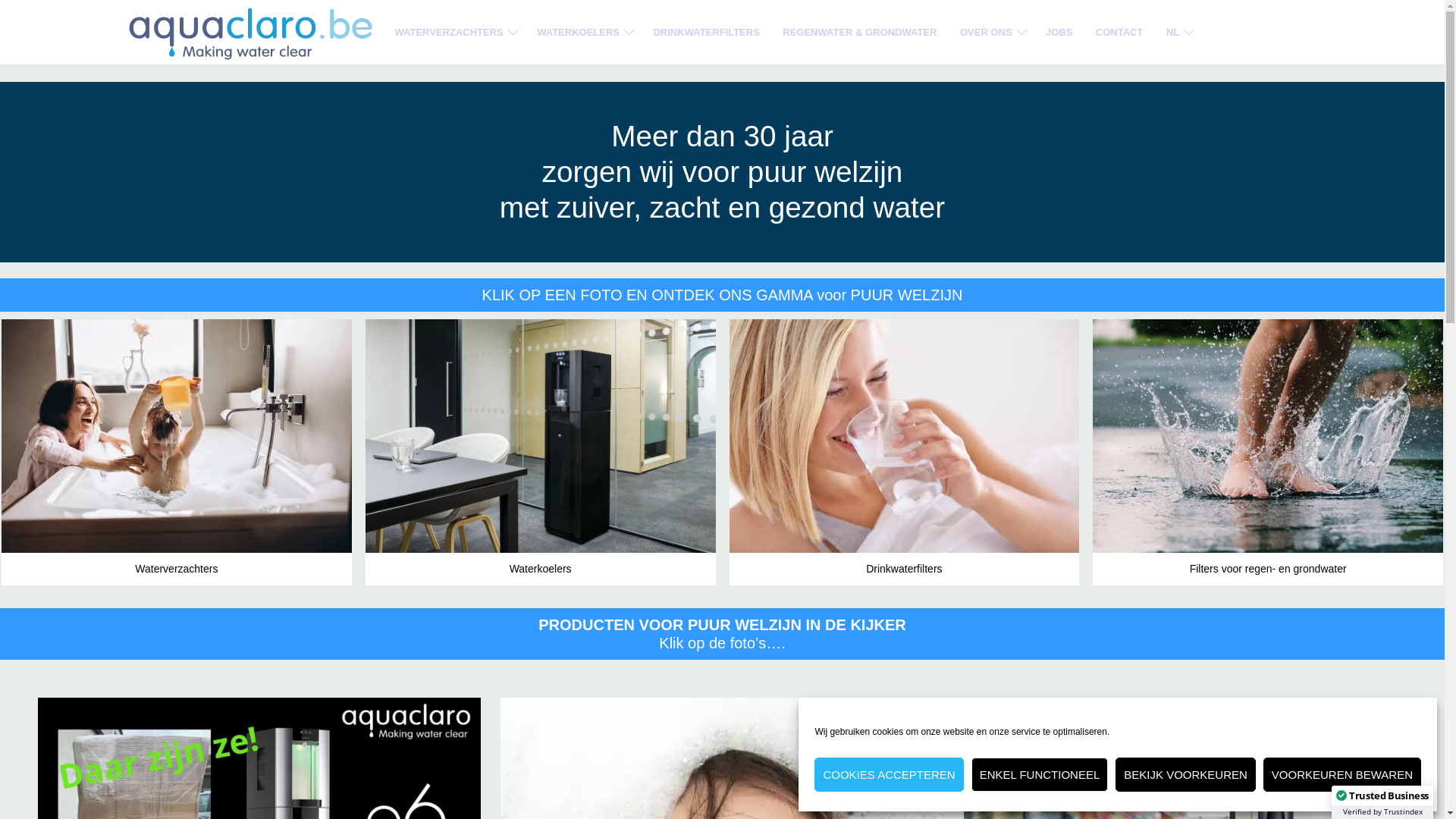  I want to click on 'ENKEL FUNCTIONEEL', so click(1039, 774).